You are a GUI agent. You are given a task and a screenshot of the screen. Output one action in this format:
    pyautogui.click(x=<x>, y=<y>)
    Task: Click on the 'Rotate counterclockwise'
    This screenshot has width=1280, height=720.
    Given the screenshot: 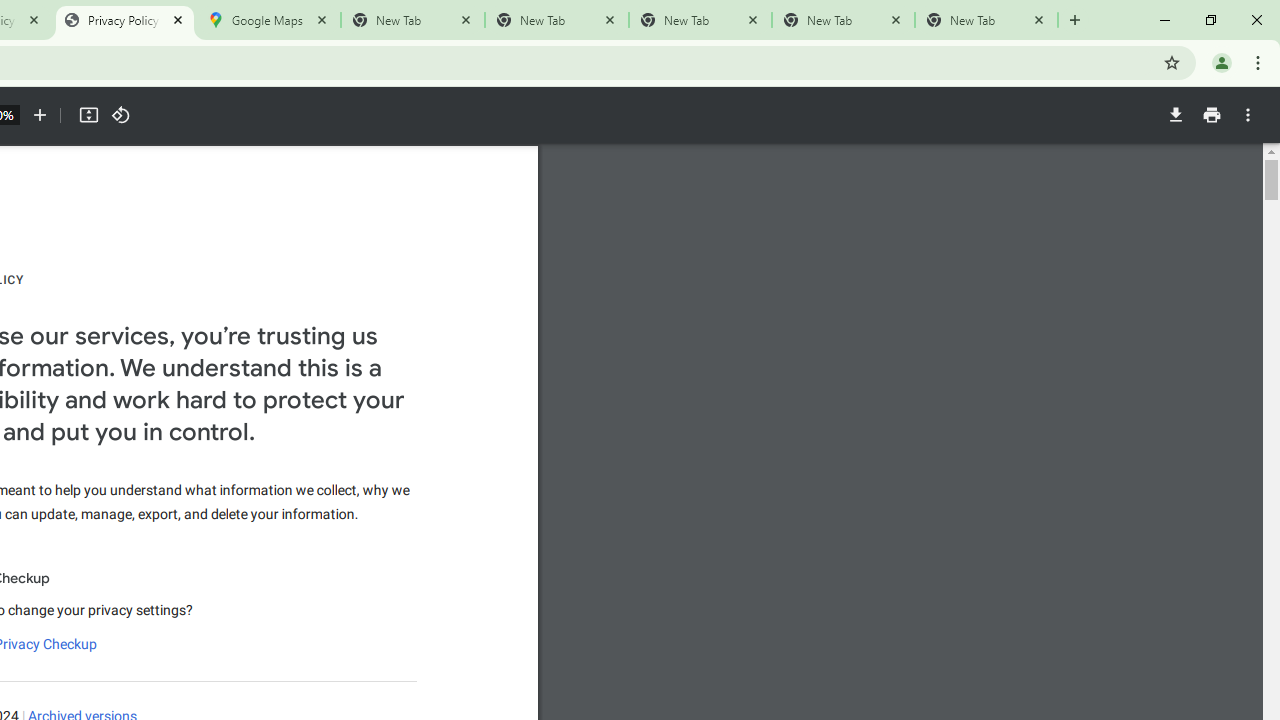 What is the action you would take?
    pyautogui.click(x=119, y=115)
    